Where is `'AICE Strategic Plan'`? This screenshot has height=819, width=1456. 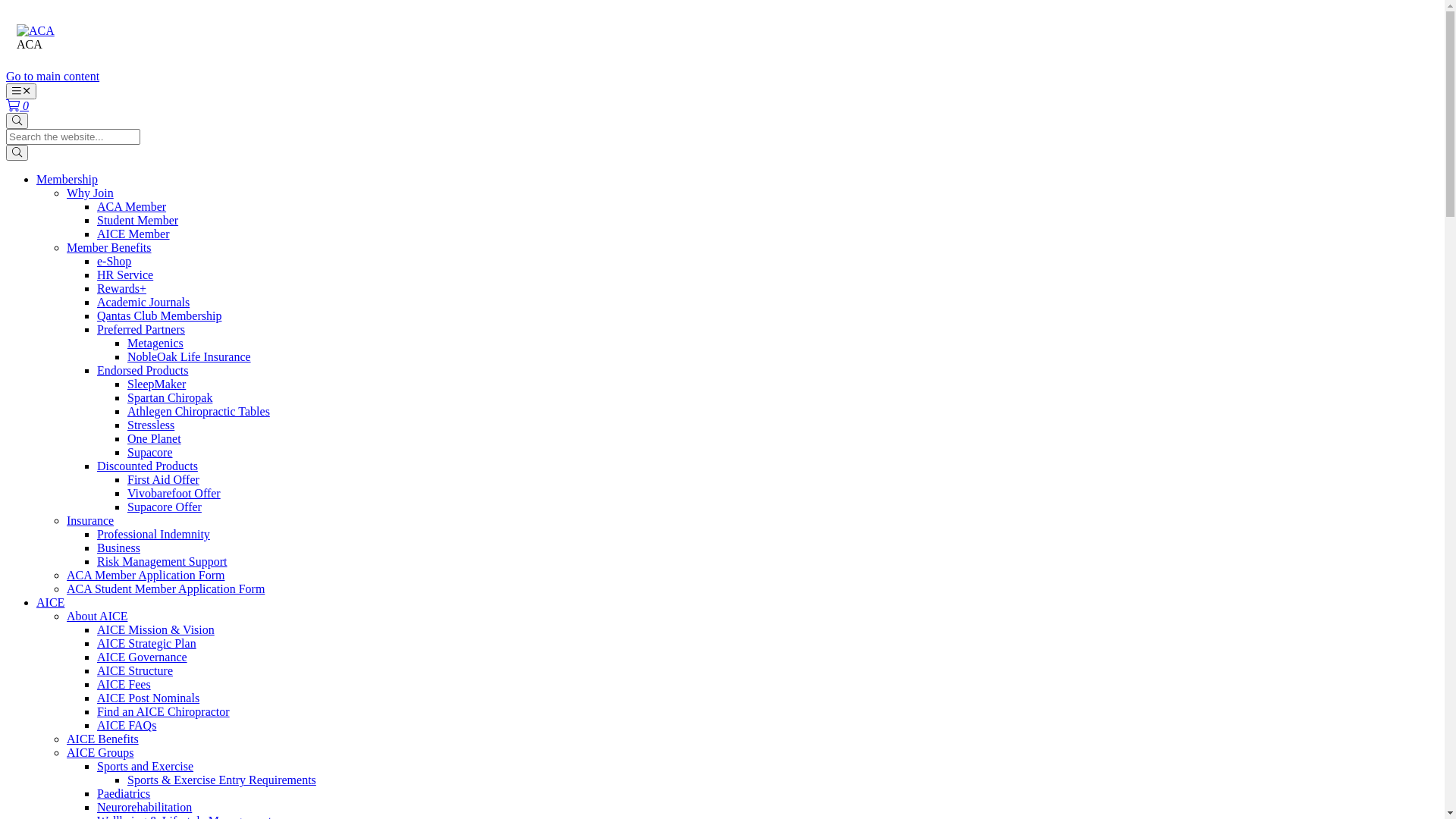
'AICE Strategic Plan' is located at coordinates (96, 643).